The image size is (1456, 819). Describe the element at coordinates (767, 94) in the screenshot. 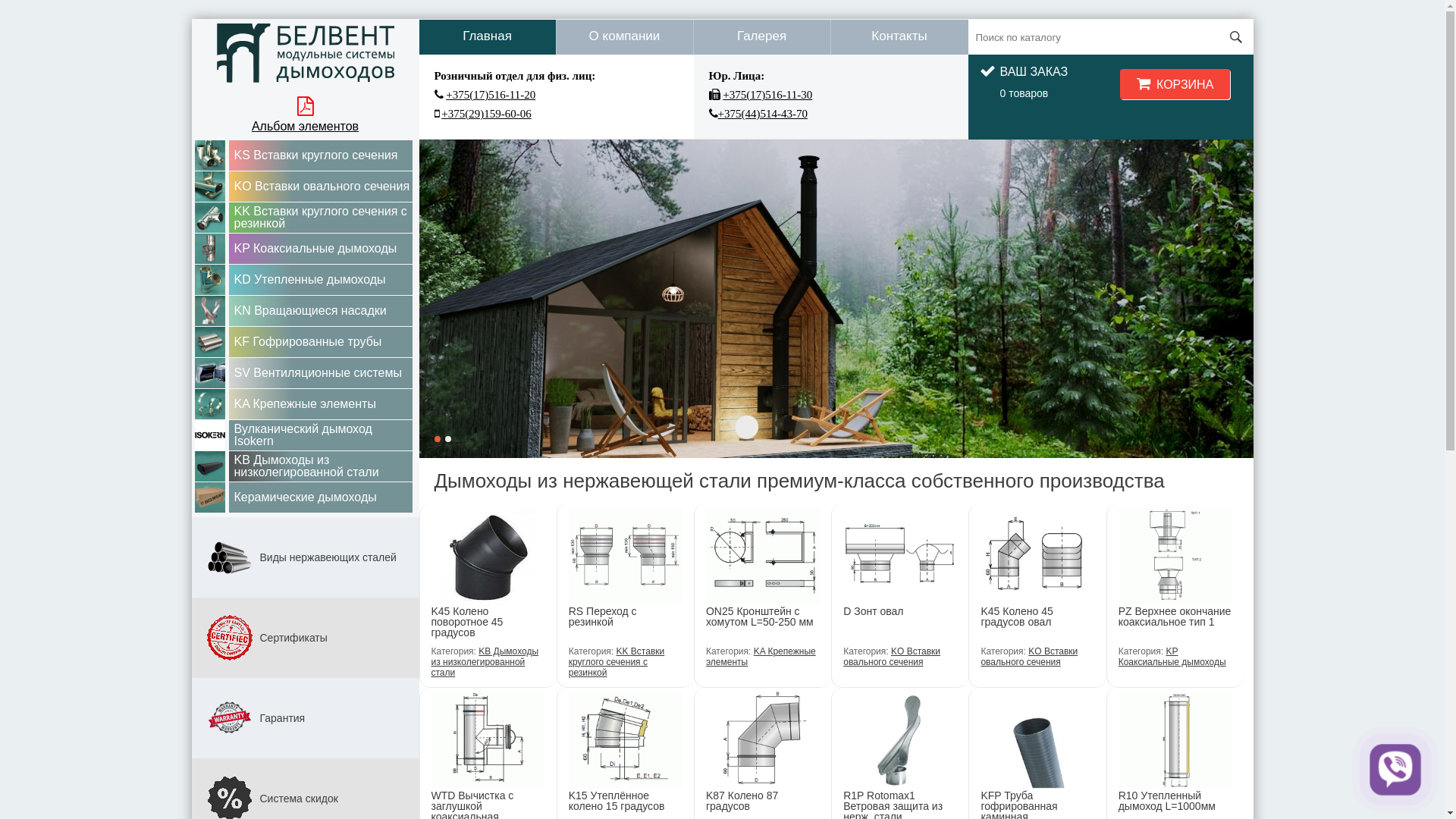

I see `'+375(17)516-11-30'` at that location.